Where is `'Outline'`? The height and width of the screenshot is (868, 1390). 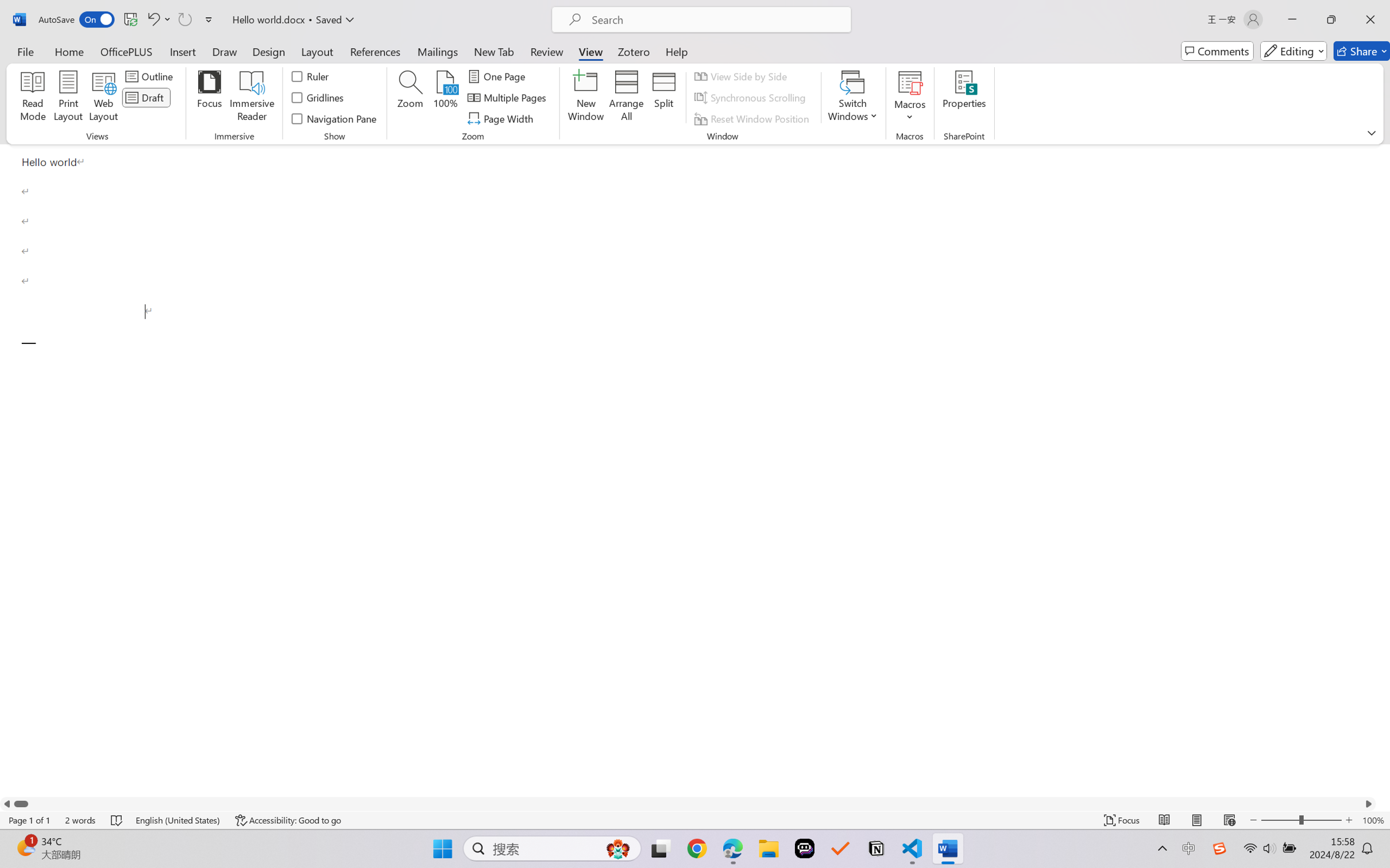
'Outline' is located at coordinates (150, 75).